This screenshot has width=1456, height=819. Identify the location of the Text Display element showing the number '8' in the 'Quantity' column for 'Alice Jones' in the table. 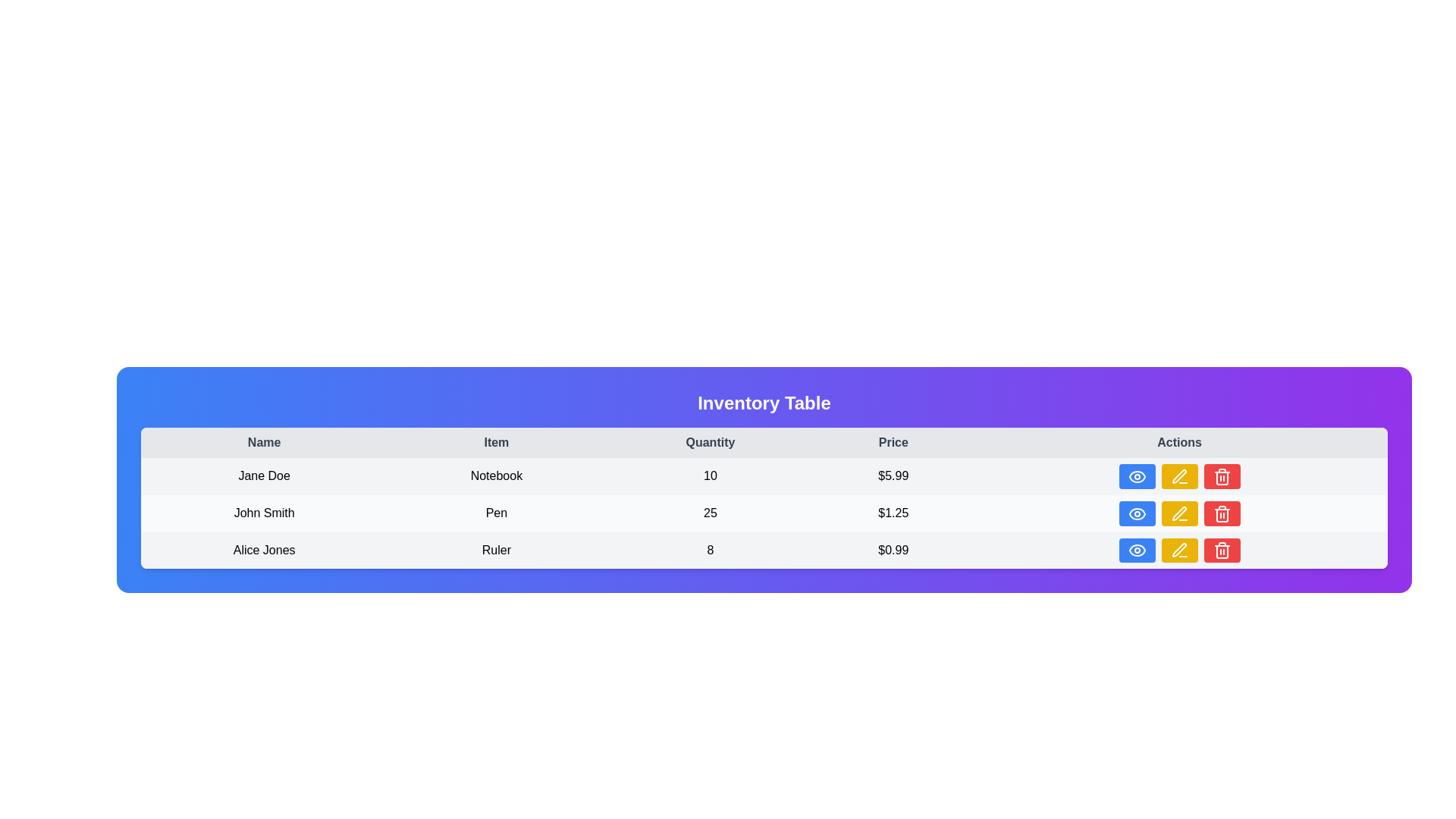
(709, 550).